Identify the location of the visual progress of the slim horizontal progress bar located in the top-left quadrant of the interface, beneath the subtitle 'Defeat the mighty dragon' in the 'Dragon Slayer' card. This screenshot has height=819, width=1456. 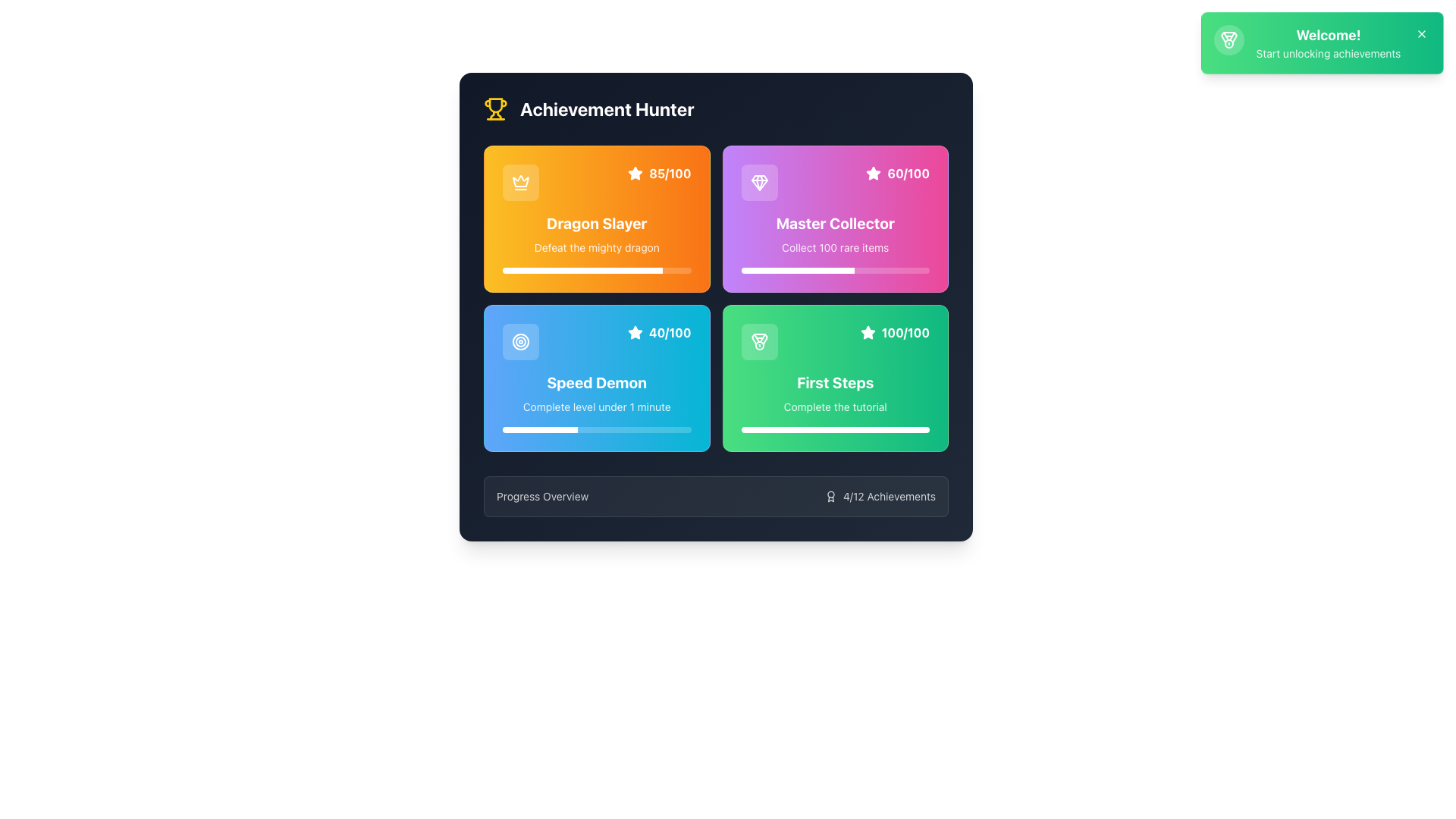
(596, 270).